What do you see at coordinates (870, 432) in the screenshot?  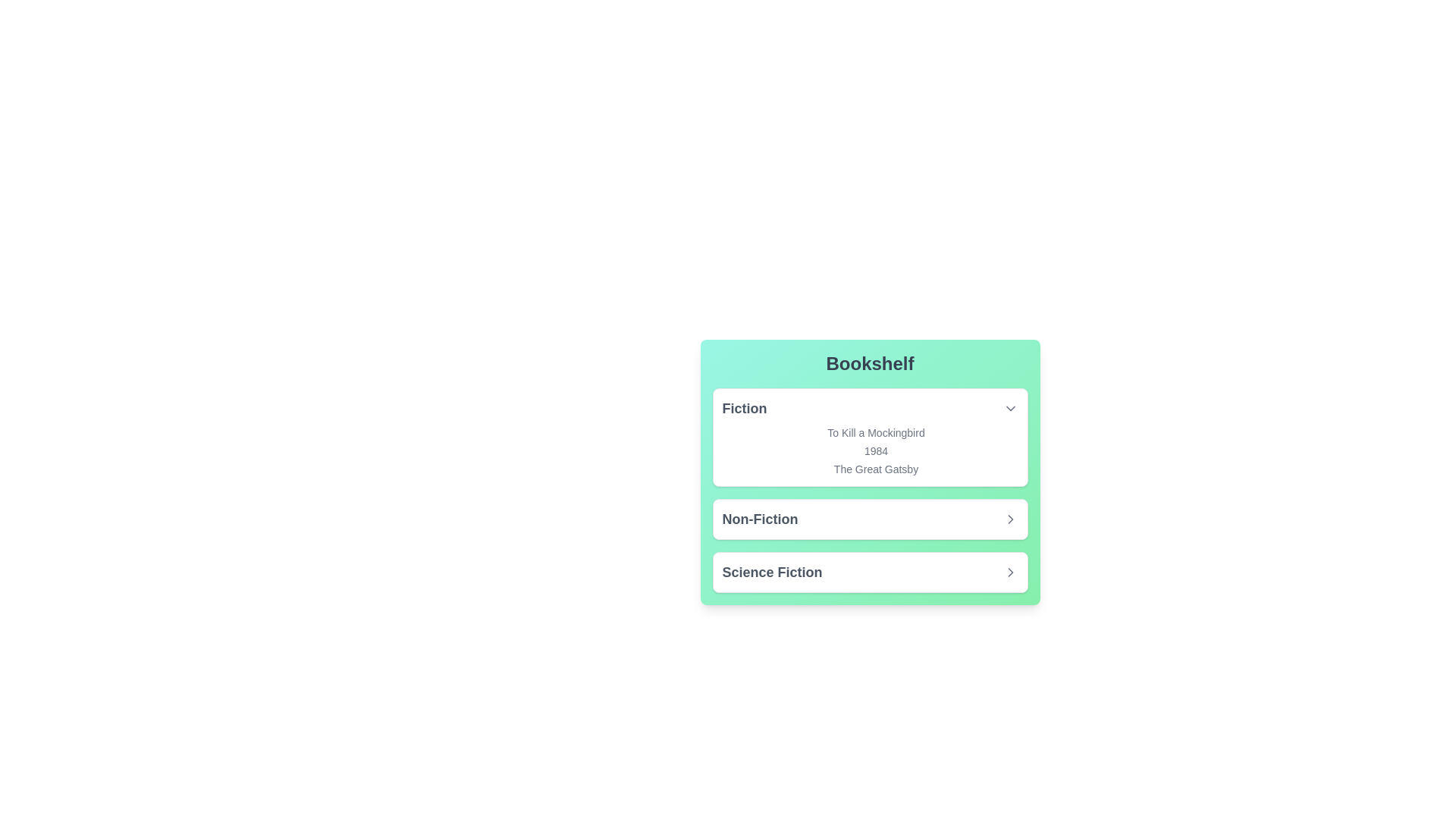 I see `the book title To Kill a Mockingbird` at bounding box center [870, 432].